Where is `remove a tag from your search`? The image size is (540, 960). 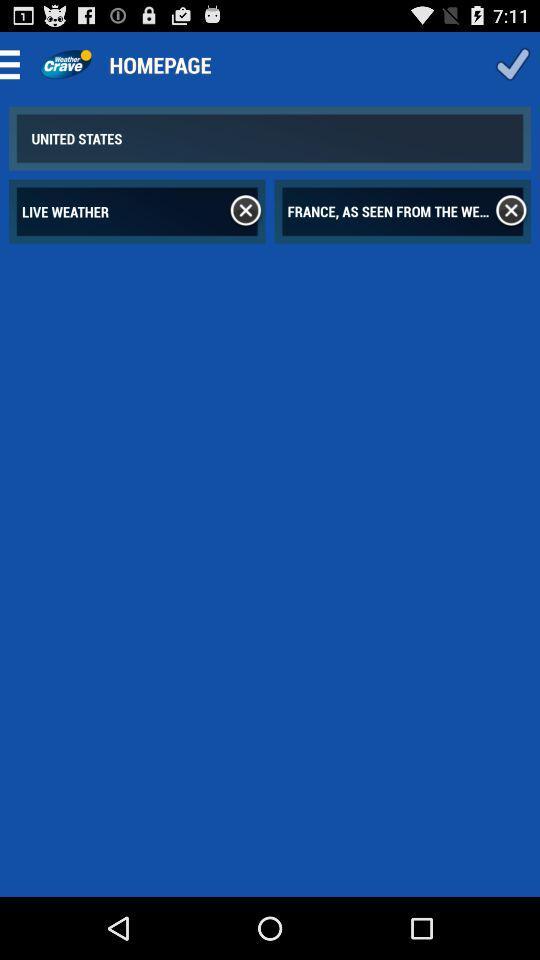
remove a tag from your search is located at coordinates (245, 211).